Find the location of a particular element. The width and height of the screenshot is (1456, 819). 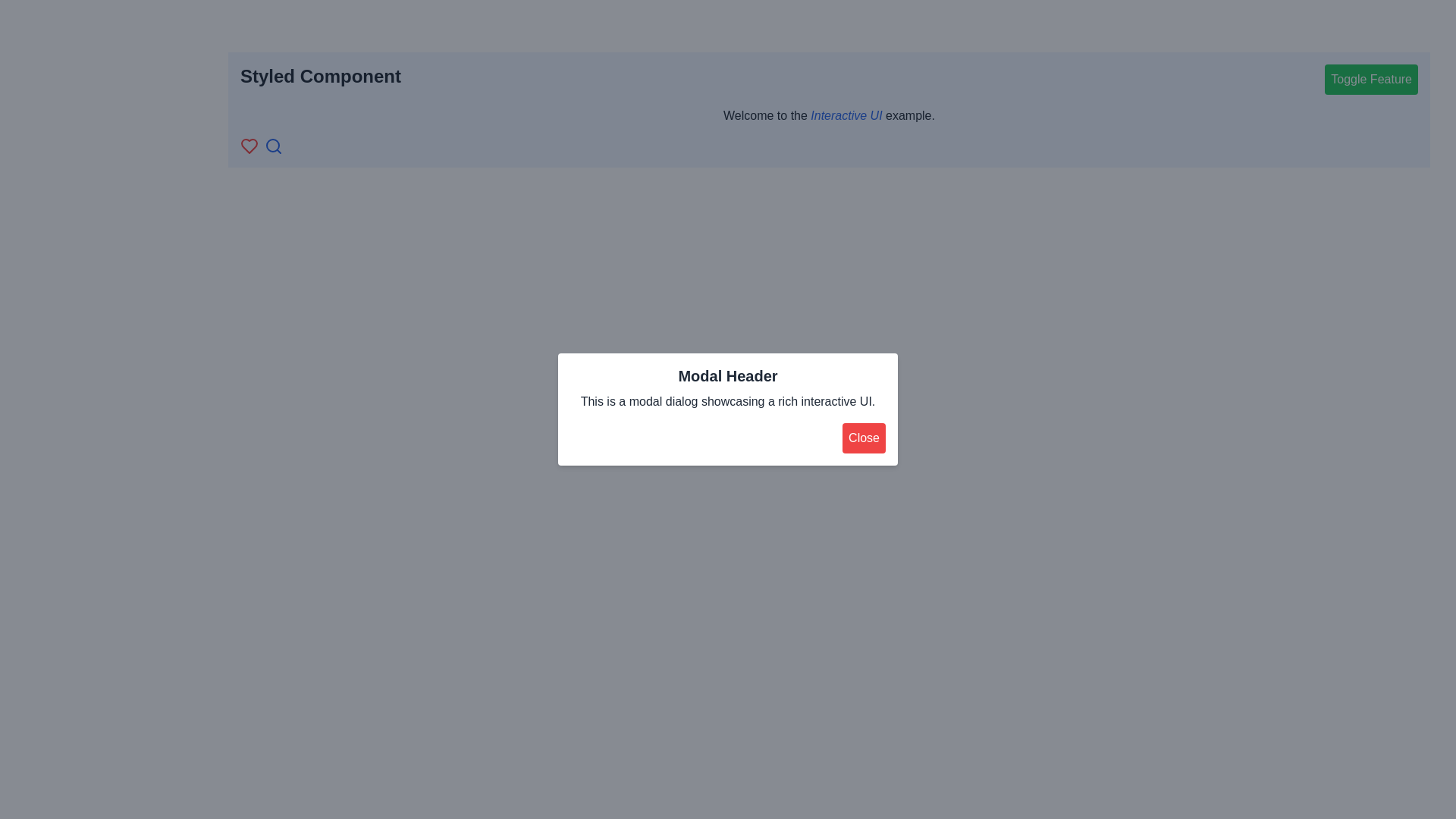

the heart icon located in the upper left segment of the interface, near the label 'Styled Component', which serves as a 'like' button is located at coordinates (249, 146).